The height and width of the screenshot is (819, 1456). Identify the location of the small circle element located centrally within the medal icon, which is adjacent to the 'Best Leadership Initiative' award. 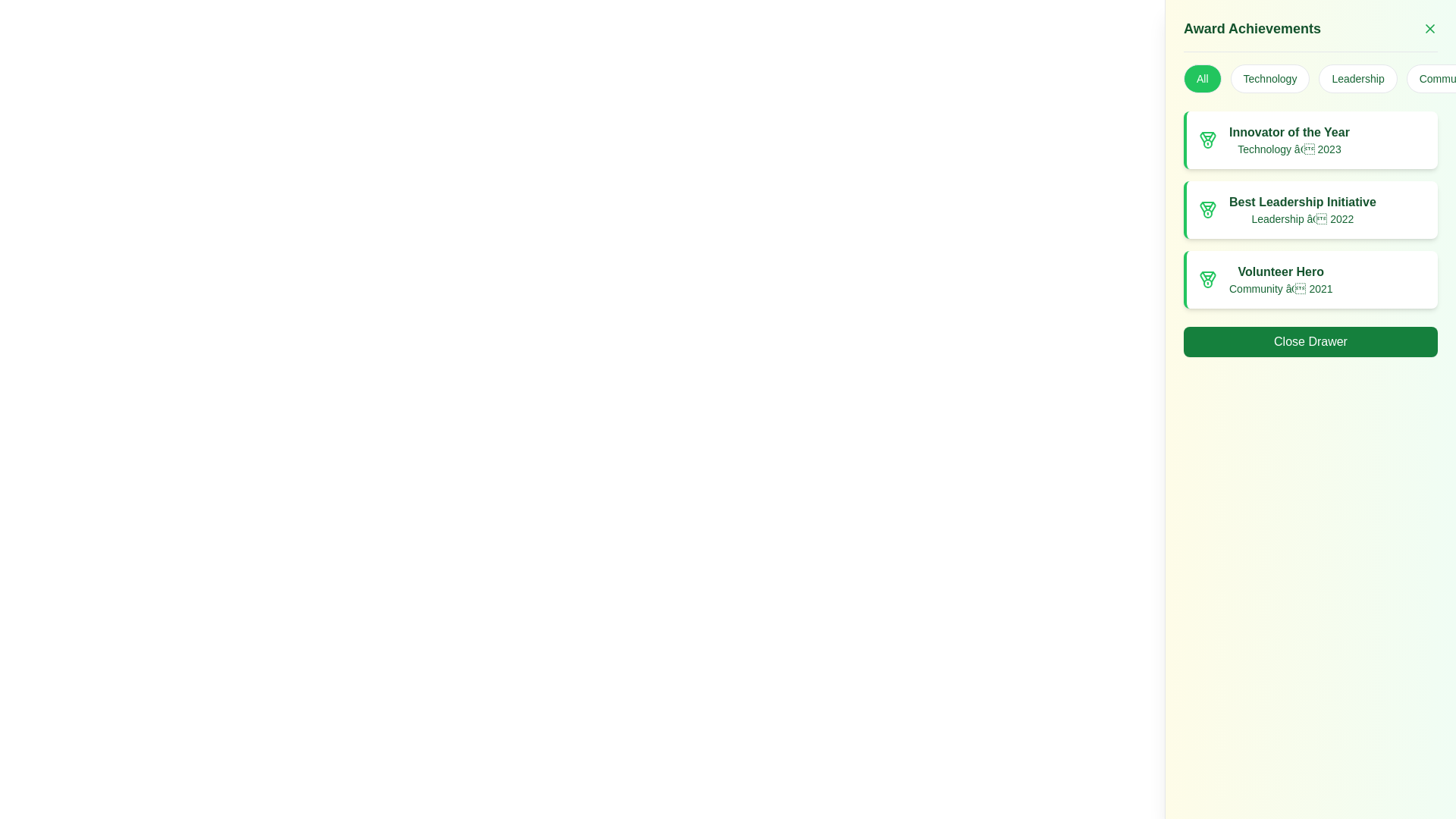
(1207, 213).